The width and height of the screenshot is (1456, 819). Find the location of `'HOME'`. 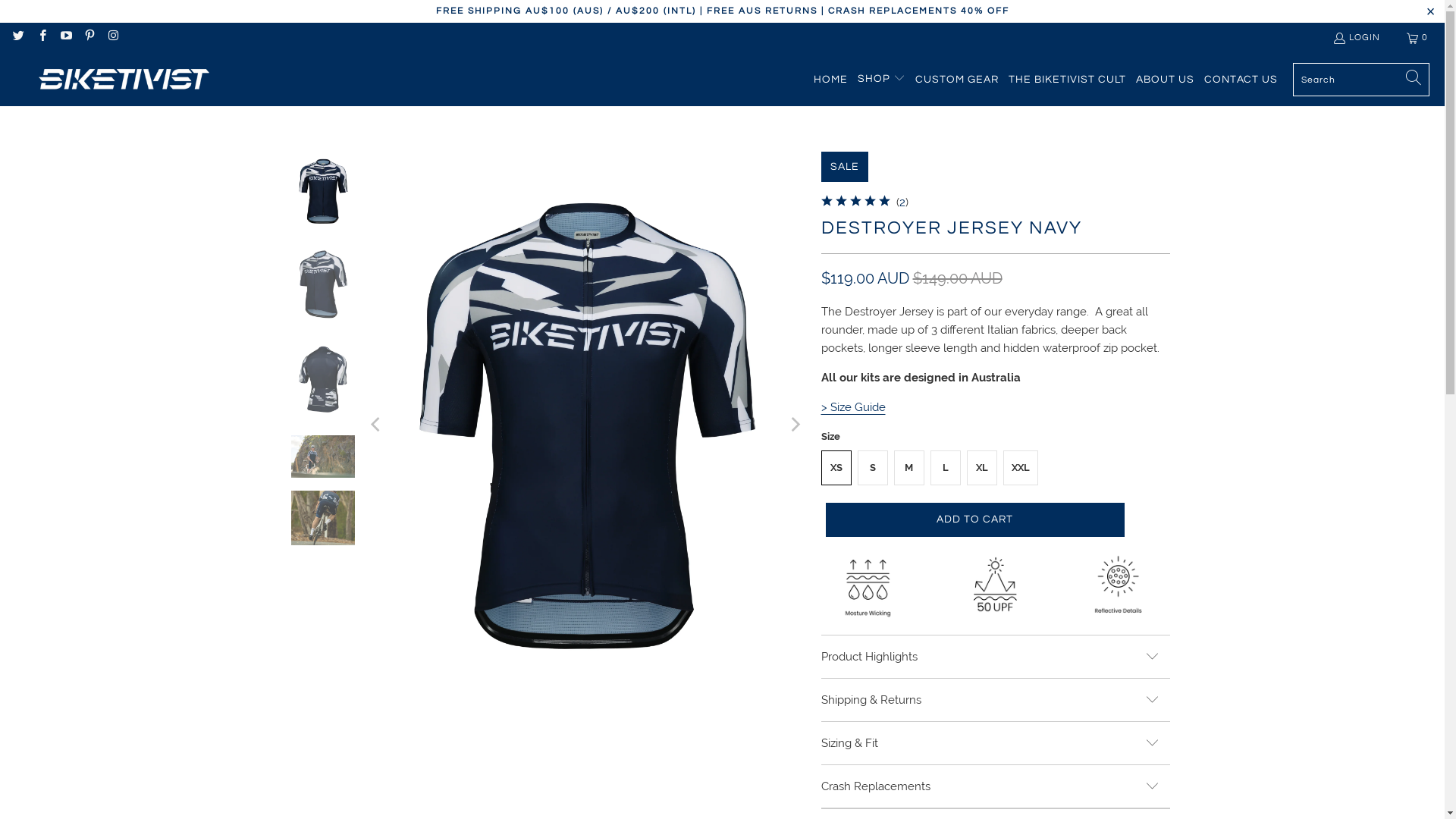

'HOME' is located at coordinates (830, 79).